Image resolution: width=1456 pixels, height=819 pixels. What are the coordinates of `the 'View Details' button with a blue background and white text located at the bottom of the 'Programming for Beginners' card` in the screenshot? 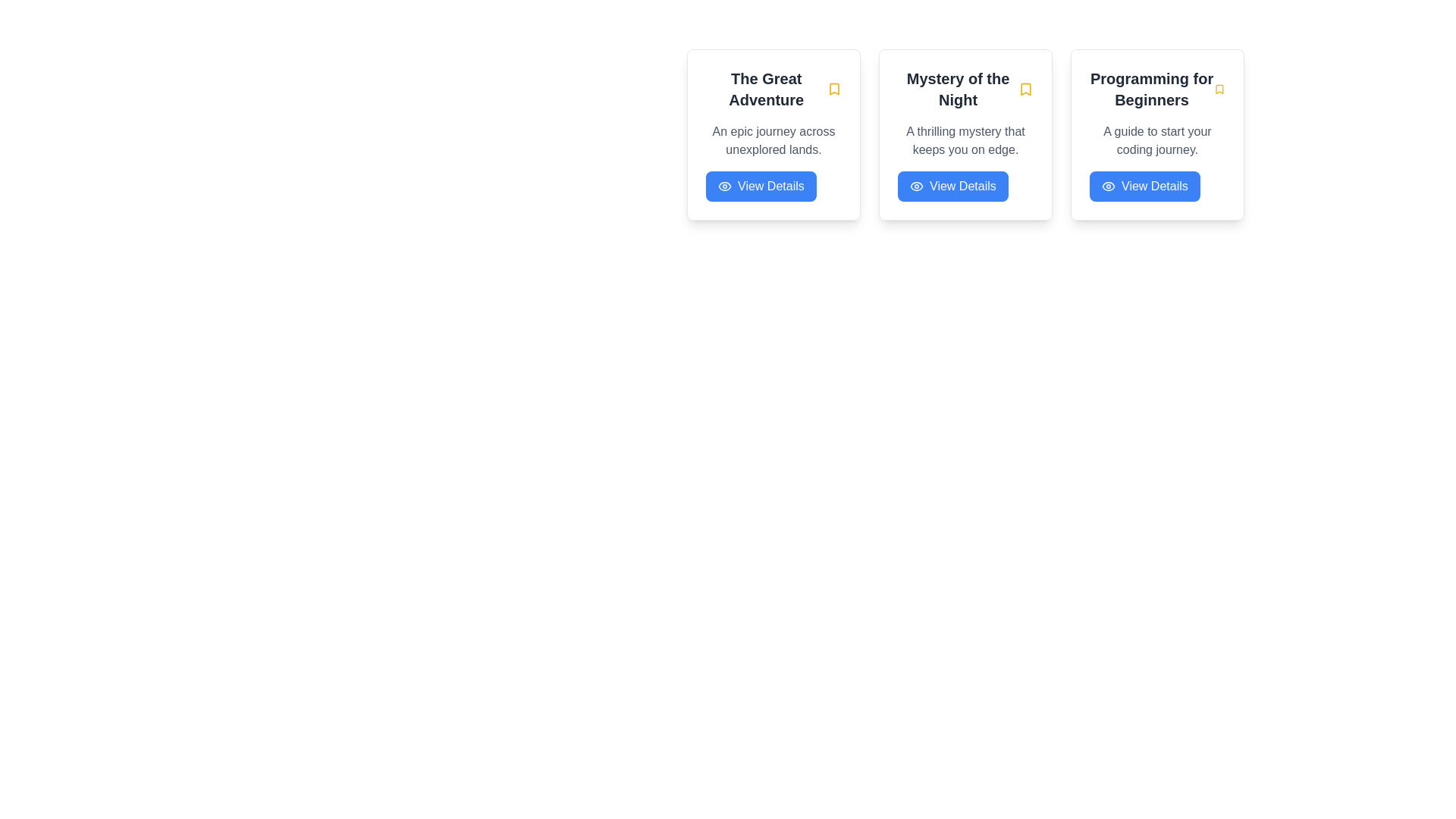 It's located at (1144, 186).